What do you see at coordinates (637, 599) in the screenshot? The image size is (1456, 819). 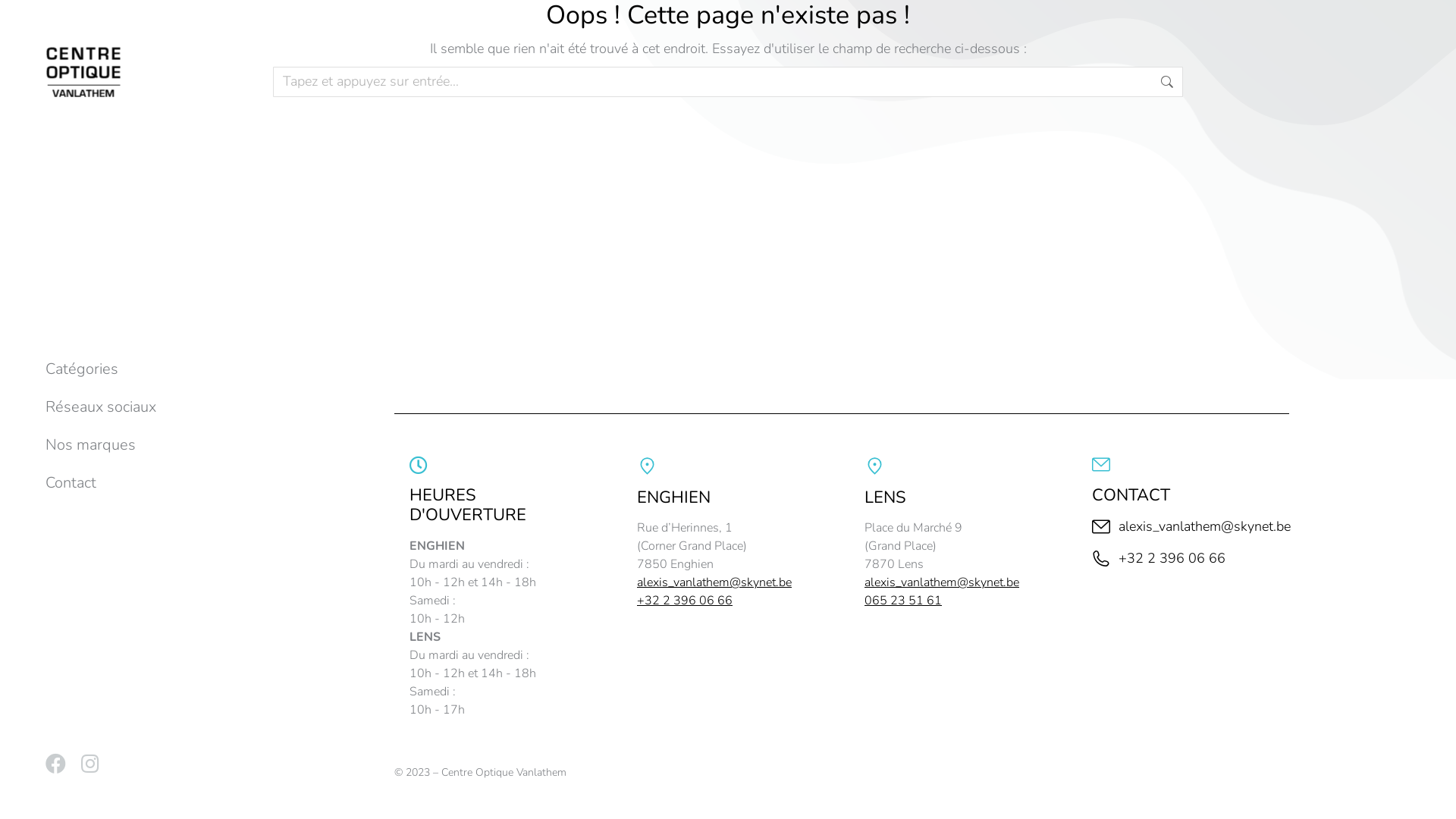 I see `'+32 2 396 06 66'` at bounding box center [637, 599].